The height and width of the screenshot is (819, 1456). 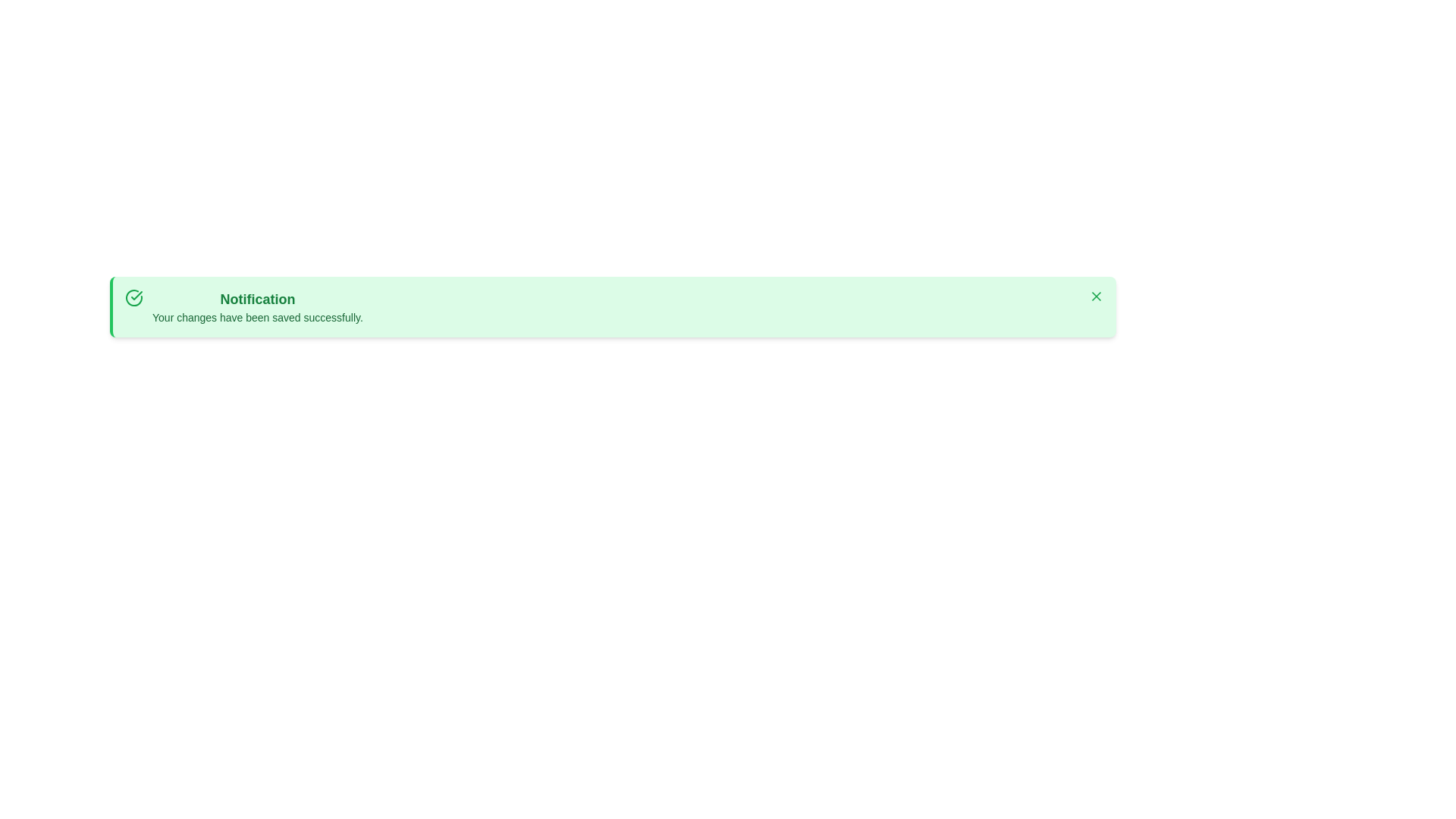 What do you see at coordinates (1096, 296) in the screenshot?
I see `the close button to dismiss the alert` at bounding box center [1096, 296].